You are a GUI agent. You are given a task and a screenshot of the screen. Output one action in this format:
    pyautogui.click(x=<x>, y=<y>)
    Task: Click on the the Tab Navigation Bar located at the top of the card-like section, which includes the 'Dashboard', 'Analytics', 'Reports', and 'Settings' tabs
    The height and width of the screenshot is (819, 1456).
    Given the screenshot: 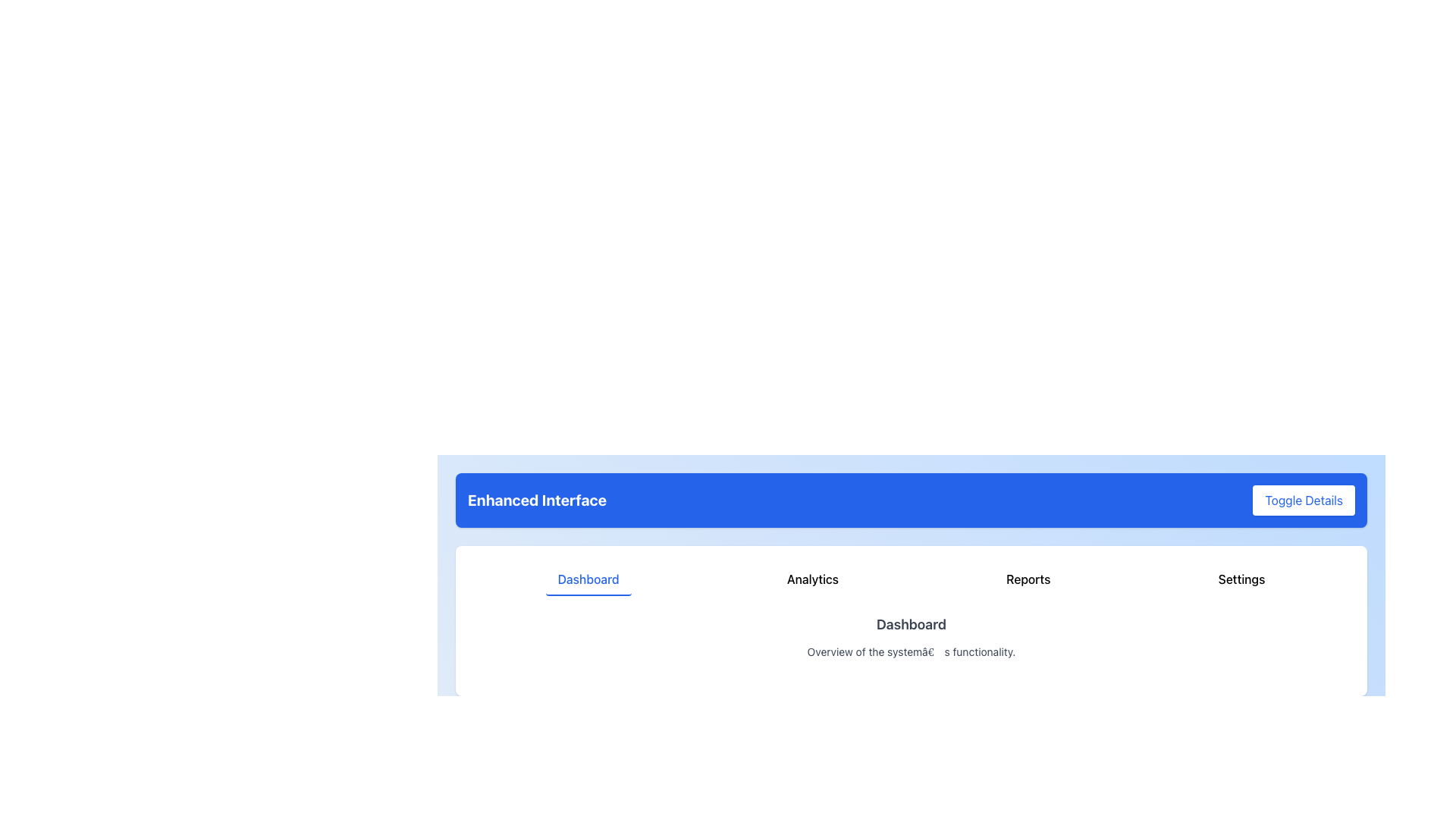 What is the action you would take?
    pyautogui.click(x=910, y=579)
    